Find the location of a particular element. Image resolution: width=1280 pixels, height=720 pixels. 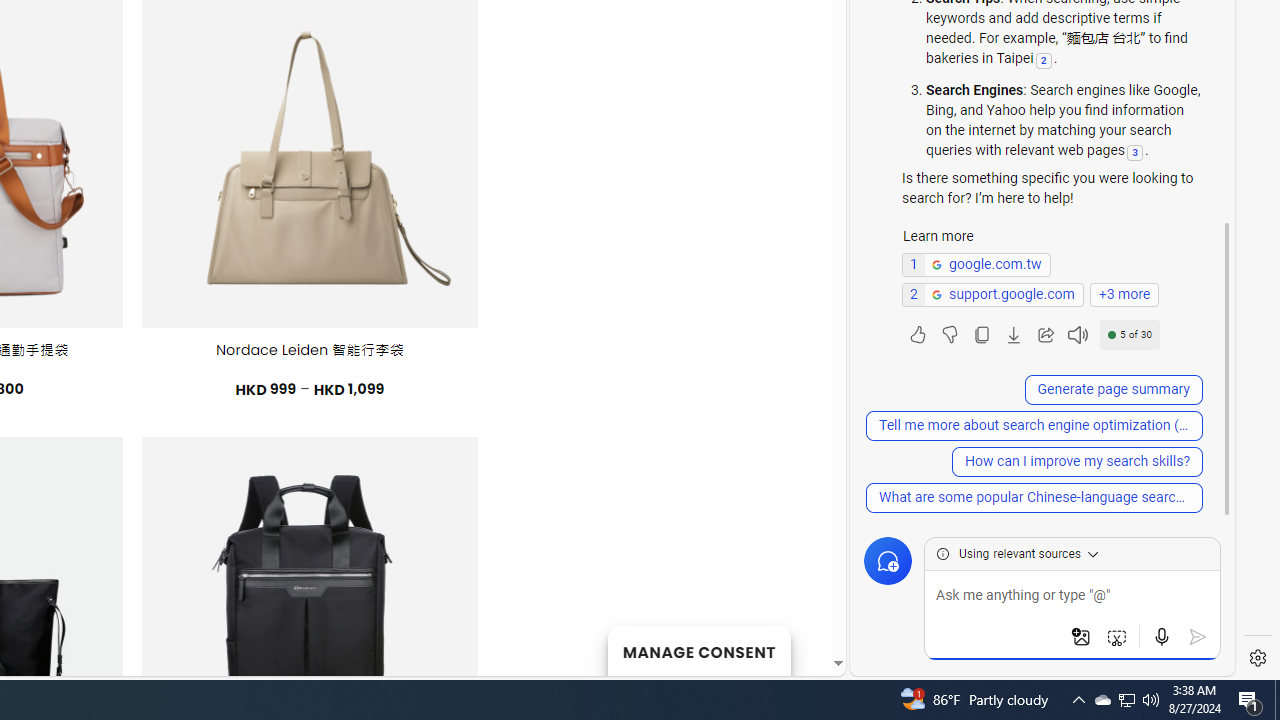

'MANAGE CONSENT' is located at coordinates (698, 650).